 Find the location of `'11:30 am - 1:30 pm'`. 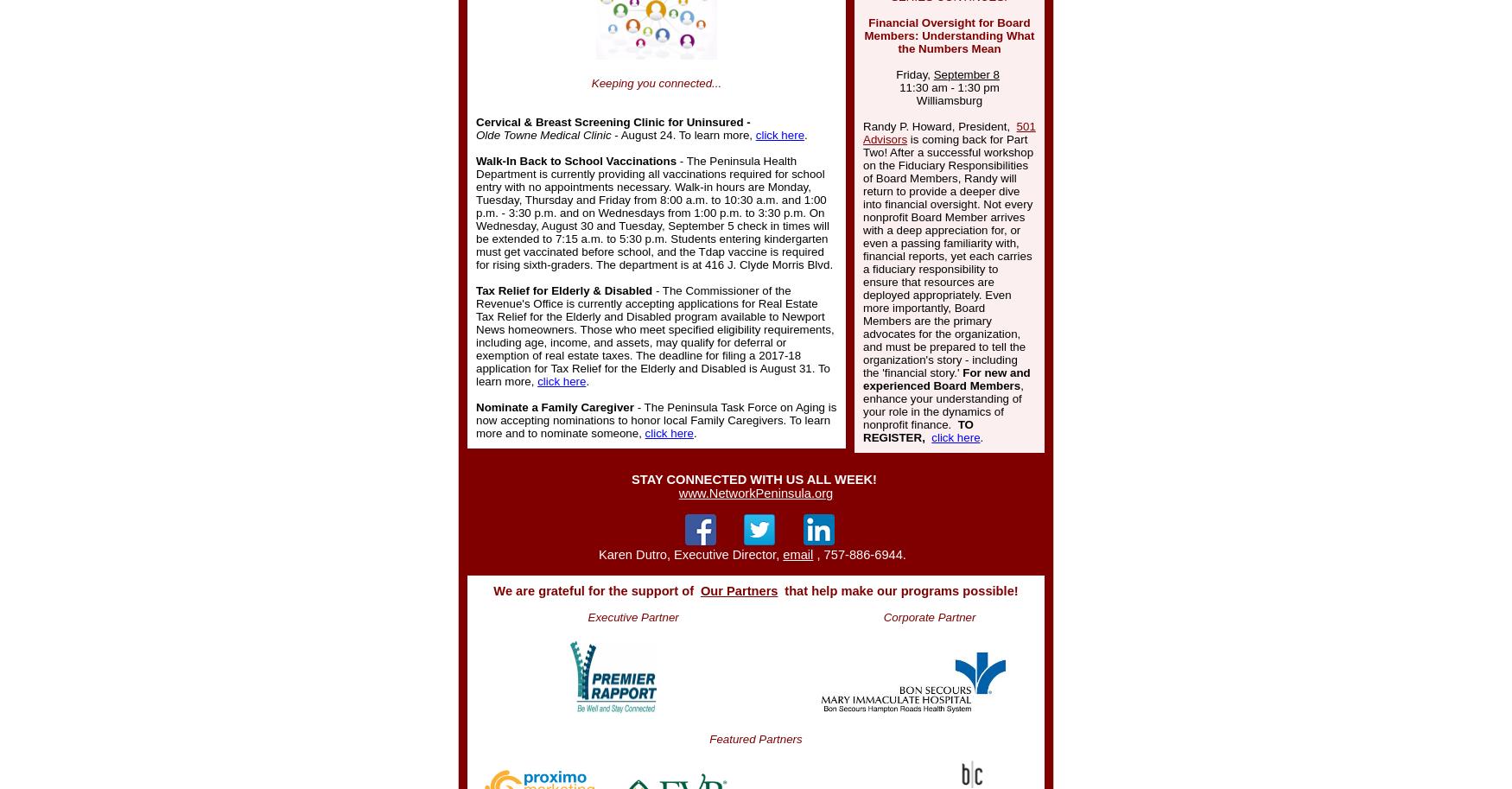

'11:30 am - 1:30 pm' is located at coordinates (949, 87).